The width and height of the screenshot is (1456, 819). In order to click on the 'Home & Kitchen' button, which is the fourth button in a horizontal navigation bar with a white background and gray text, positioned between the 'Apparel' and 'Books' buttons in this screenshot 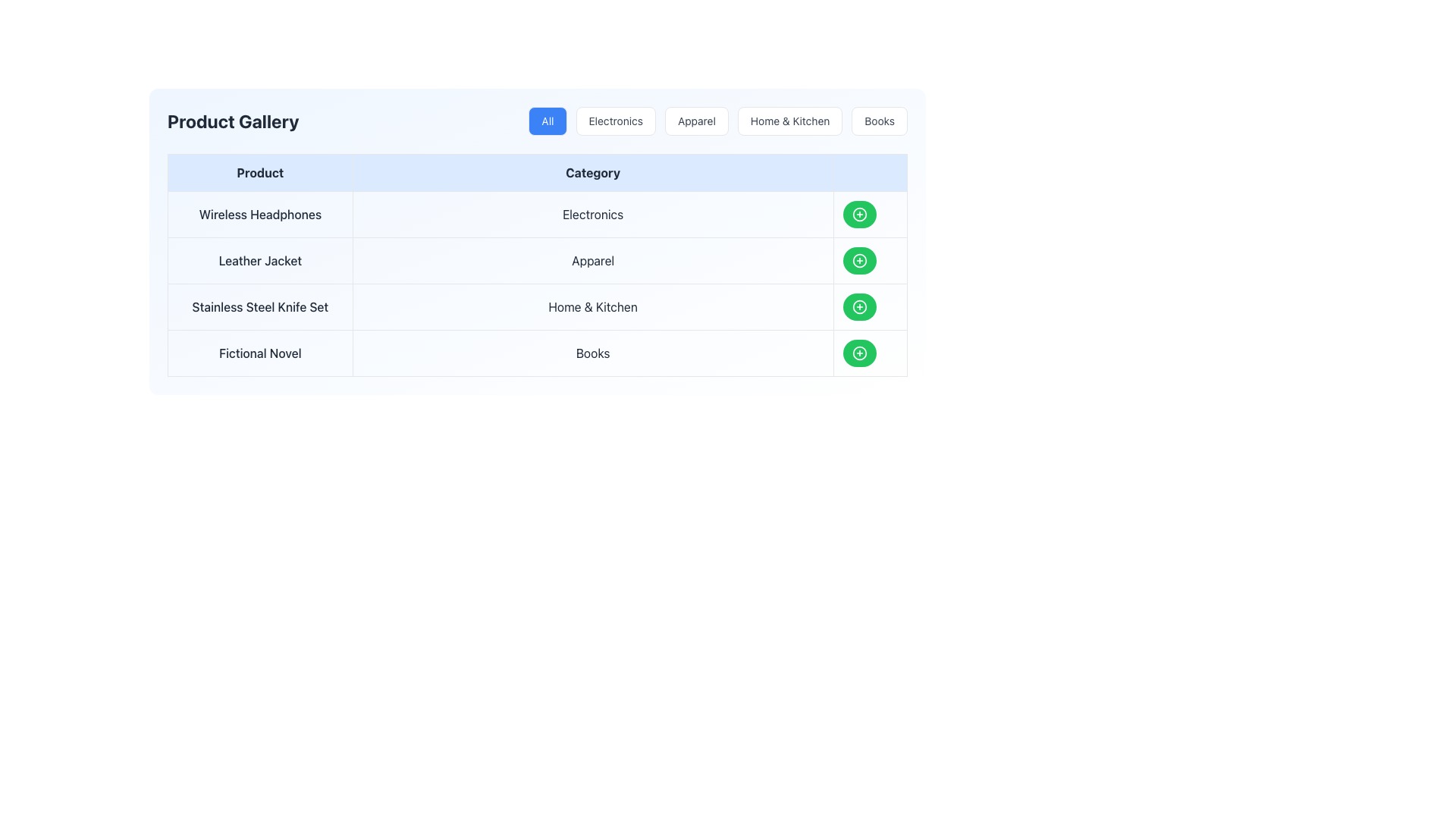, I will do `click(789, 120)`.